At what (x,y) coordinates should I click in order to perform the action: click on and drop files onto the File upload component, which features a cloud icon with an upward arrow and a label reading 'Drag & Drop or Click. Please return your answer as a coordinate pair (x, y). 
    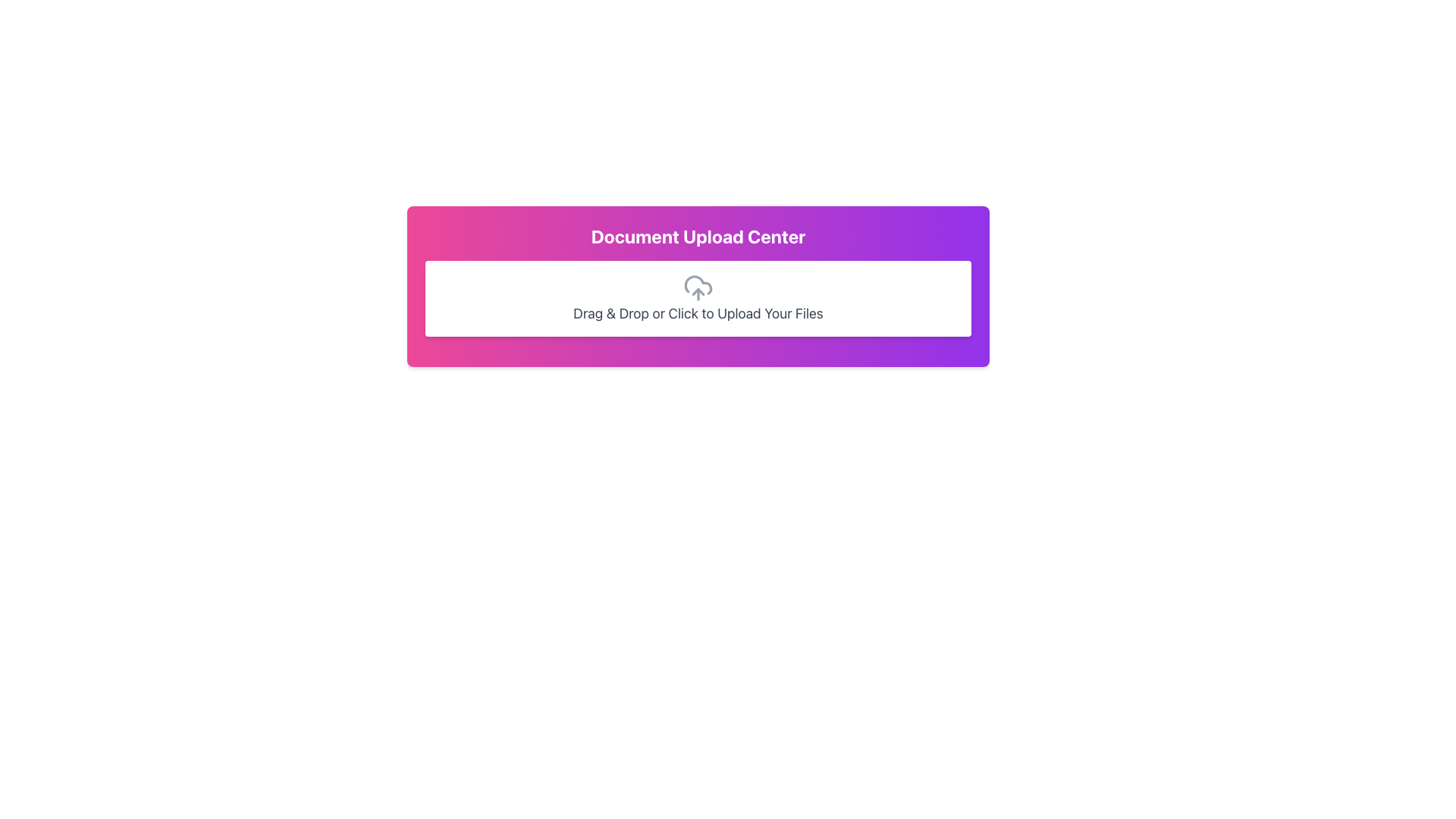
    Looking at the image, I should click on (698, 298).